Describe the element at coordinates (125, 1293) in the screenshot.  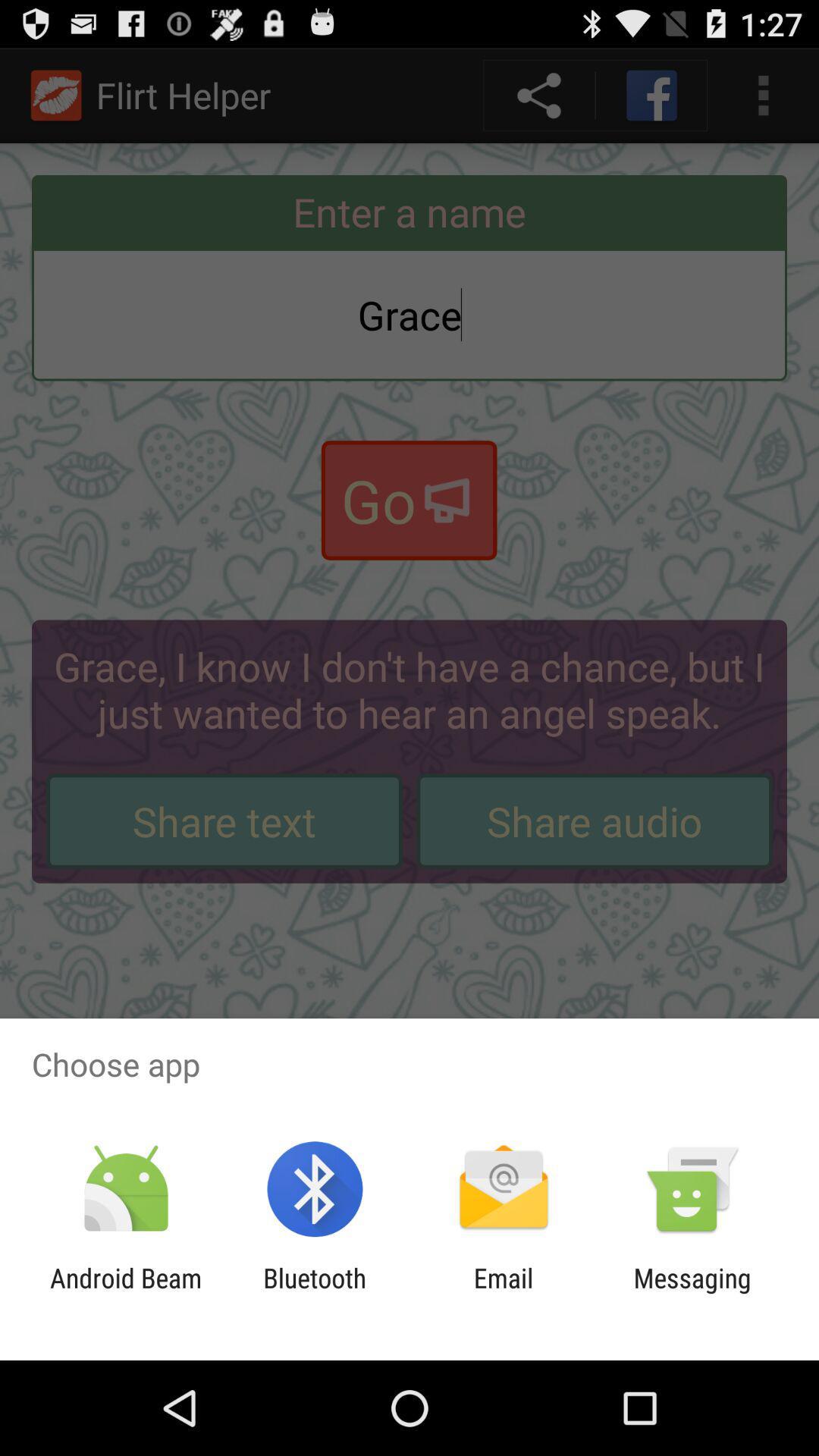
I see `the app to the left of the bluetooth item` at that location.